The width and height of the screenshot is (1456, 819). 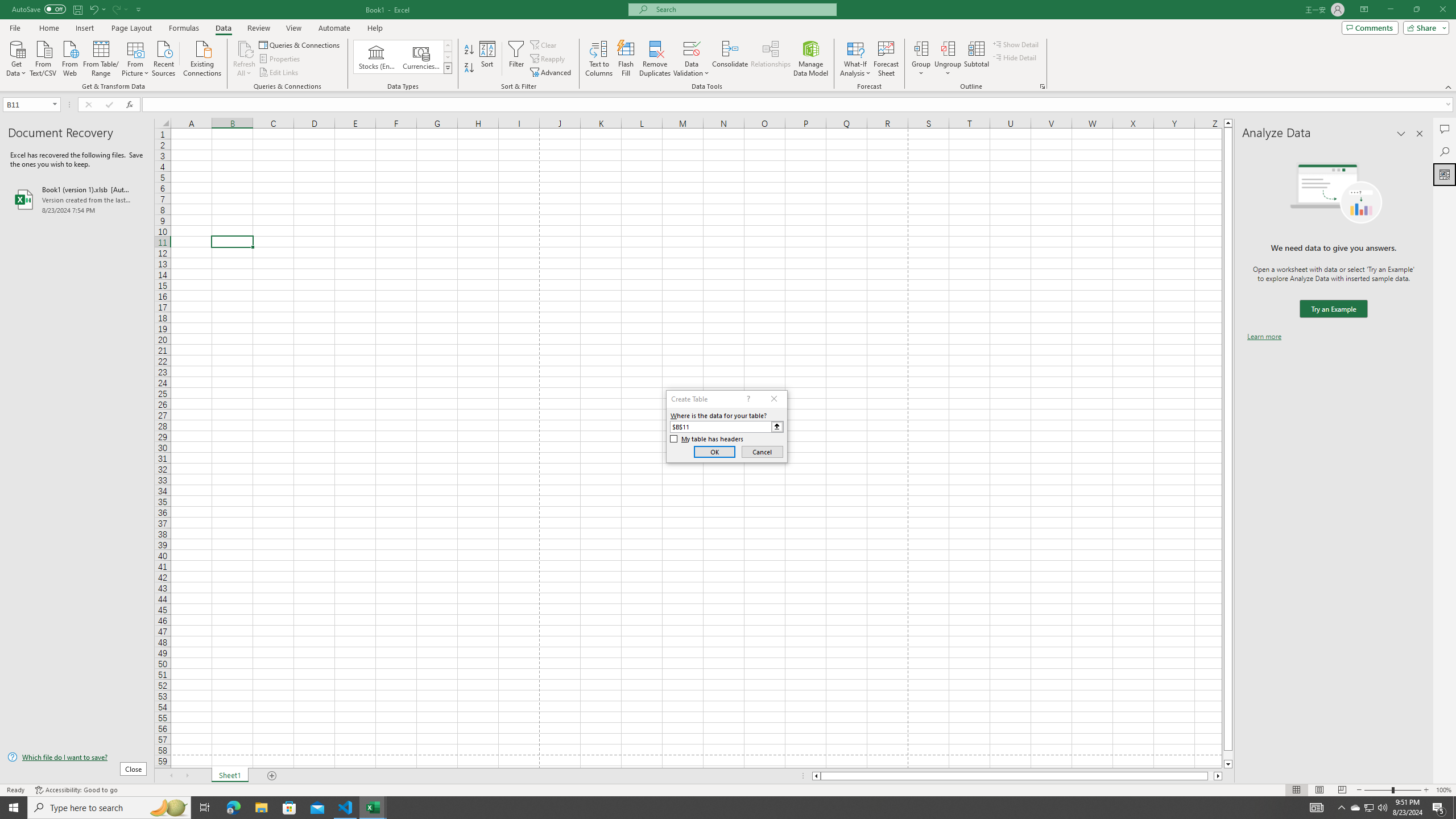 What do you see at coordinates (16, 57) in the screenshot?
I see `'Get Data'` at bounding box center [16, 57].